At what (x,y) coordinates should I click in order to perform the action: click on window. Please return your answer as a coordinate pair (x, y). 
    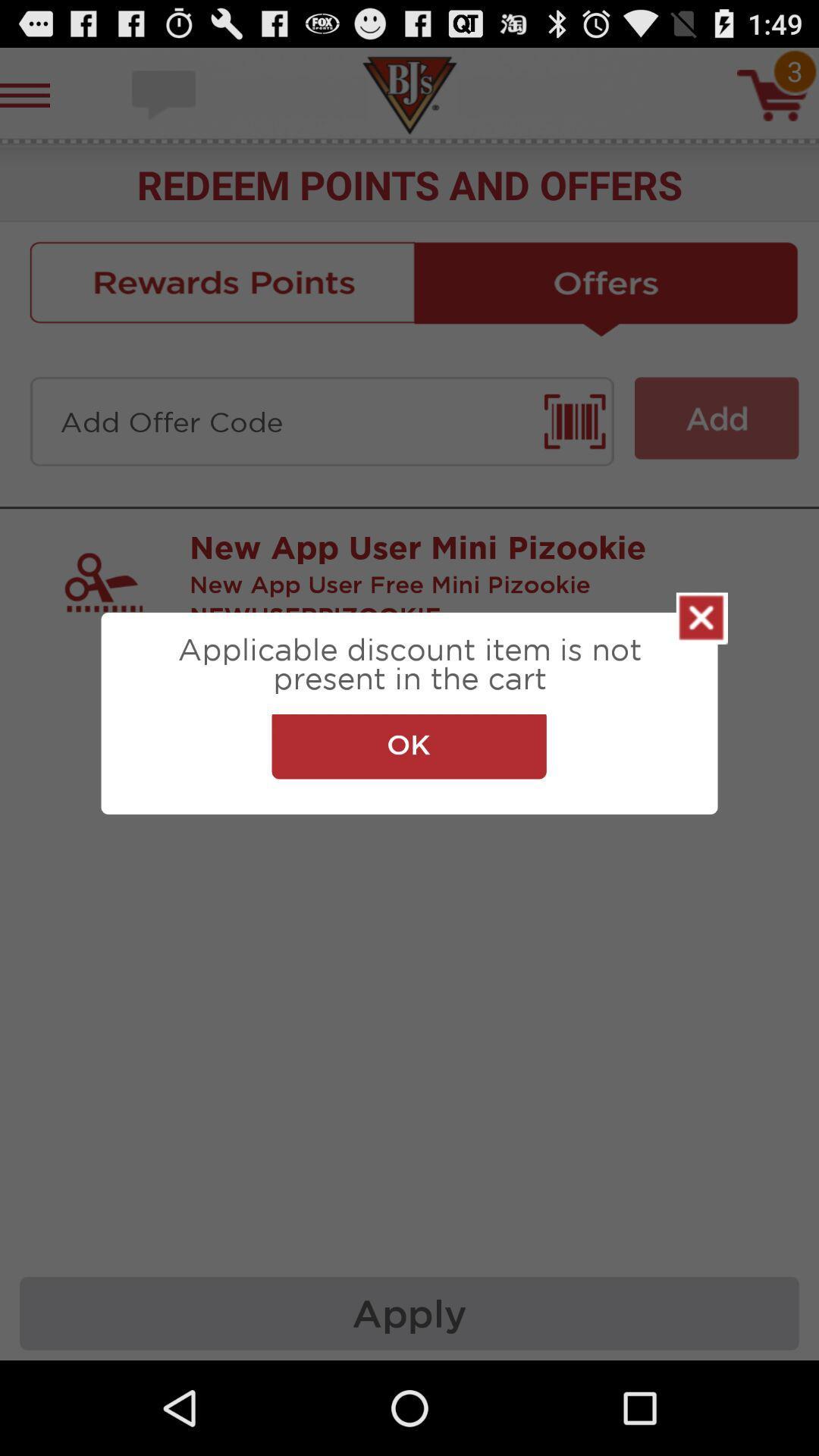
    Looking at the image, I should click on (701, 618).